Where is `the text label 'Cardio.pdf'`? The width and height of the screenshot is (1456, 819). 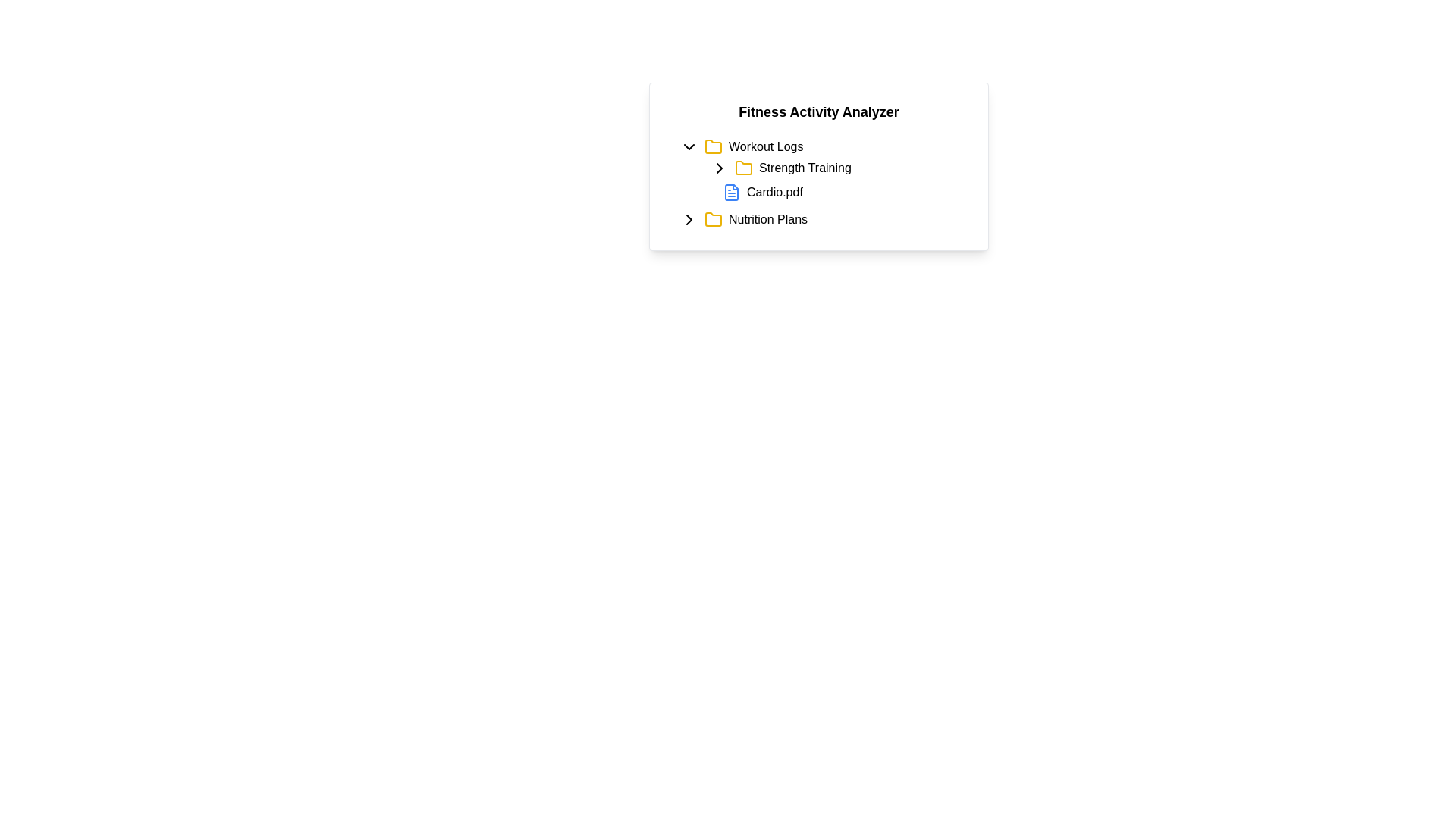 the text label 'Cardio.pdf' is located at coordinates (774, 192).